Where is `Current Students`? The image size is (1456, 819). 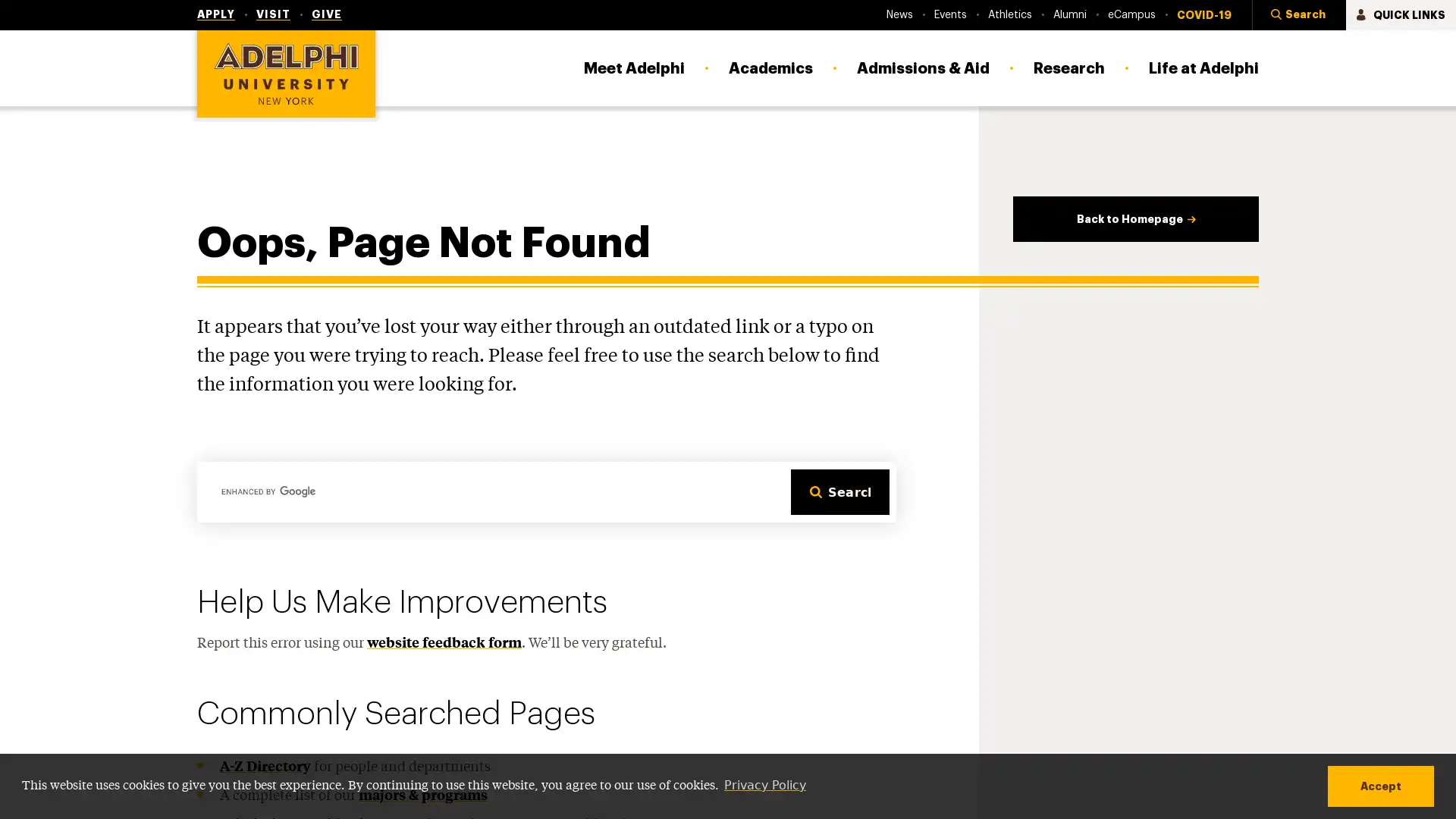 Current Students is located at coordinates (1015, 80).